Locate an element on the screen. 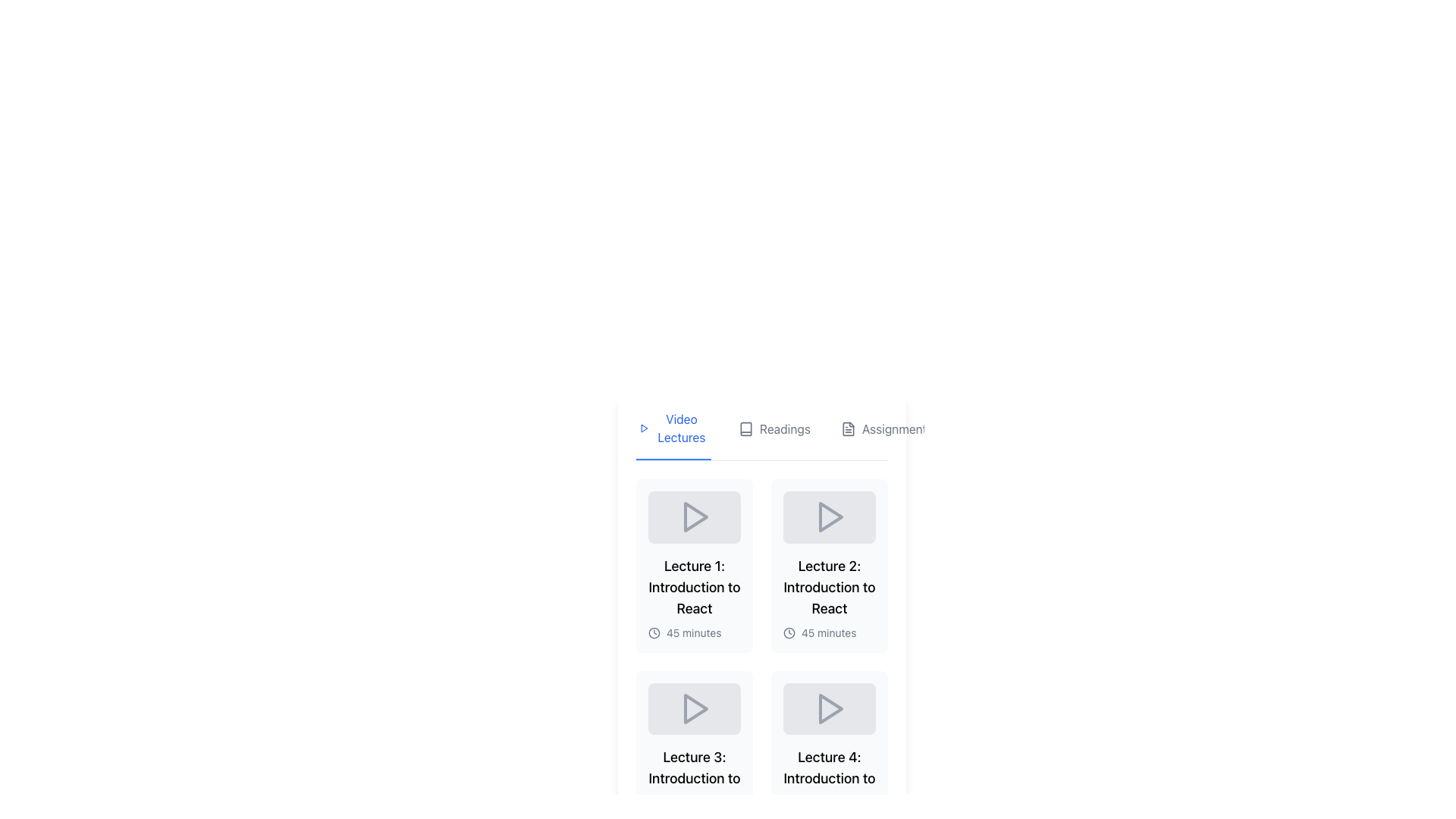 The height and width of the screenshot is (819, 1456). the duration indicated by the text label showing '45 minutes' with a clock icon, located below the 'Lecture 2: Introduction to React' text is located at coordinates (829, 632).